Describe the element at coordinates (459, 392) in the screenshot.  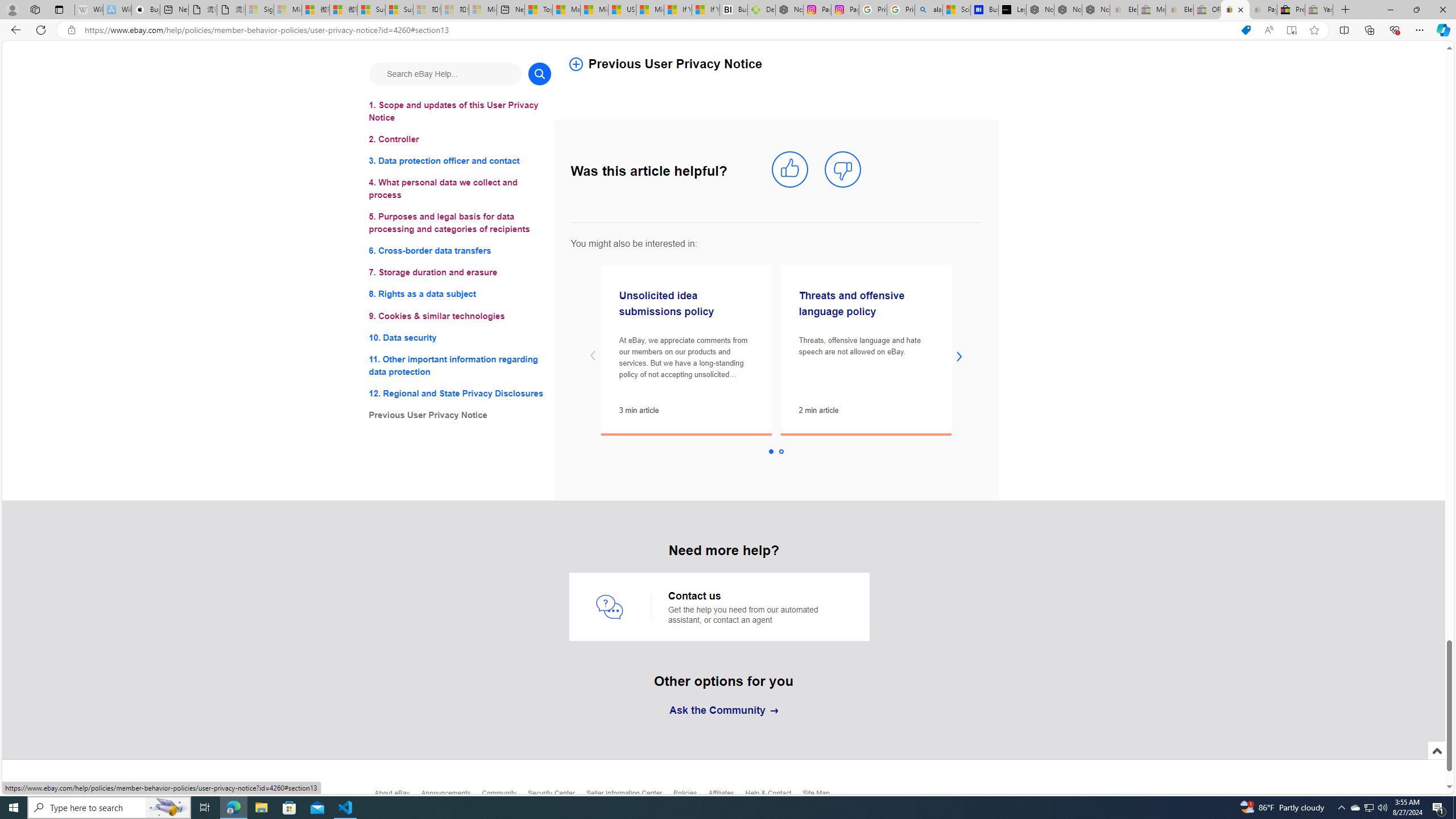
I see `'12. Regional and State Privacy Disclosures'` at that location.